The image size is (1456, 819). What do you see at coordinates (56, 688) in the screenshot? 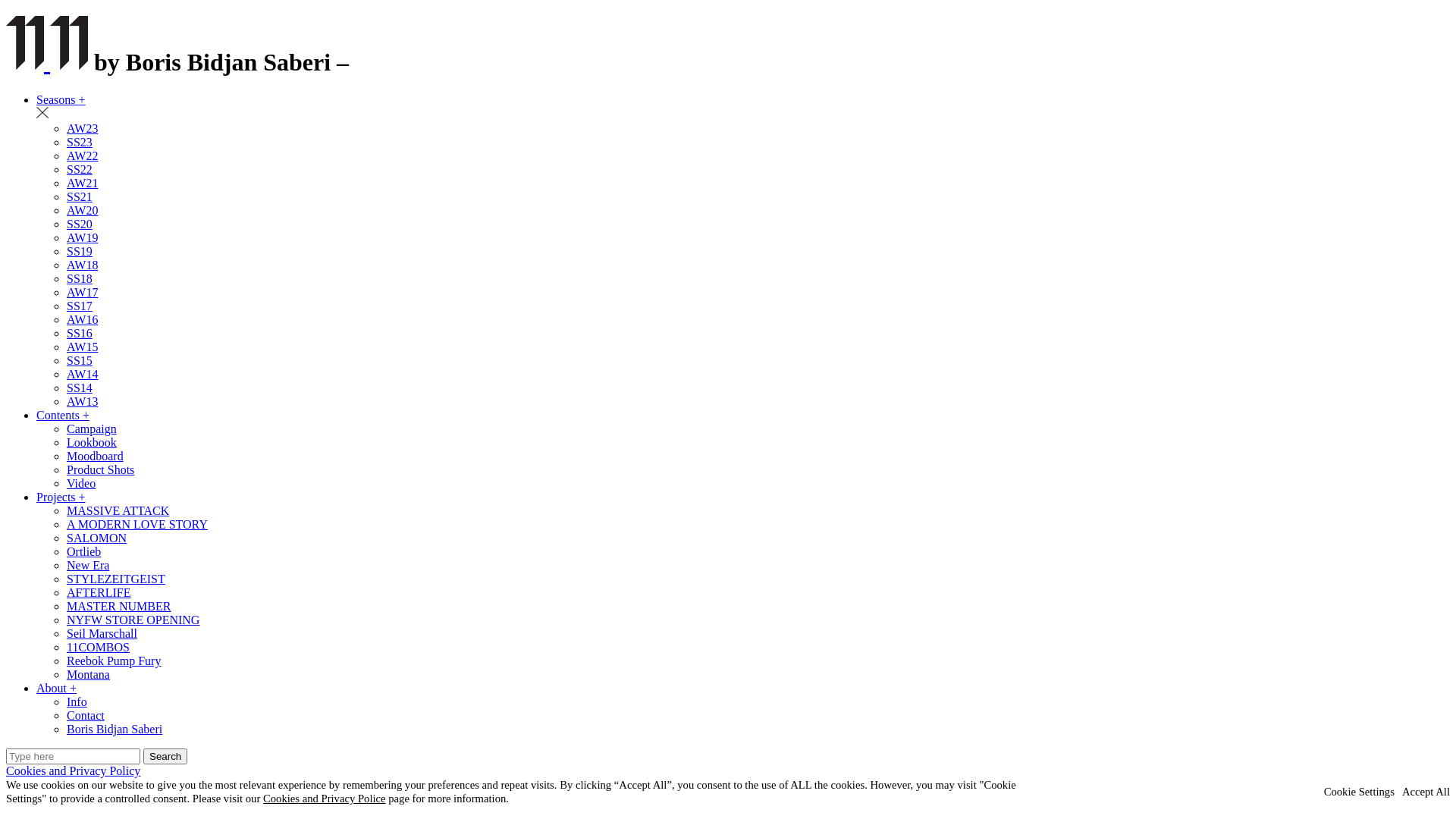
I see `'About +'` at bounding box center [56, 688].